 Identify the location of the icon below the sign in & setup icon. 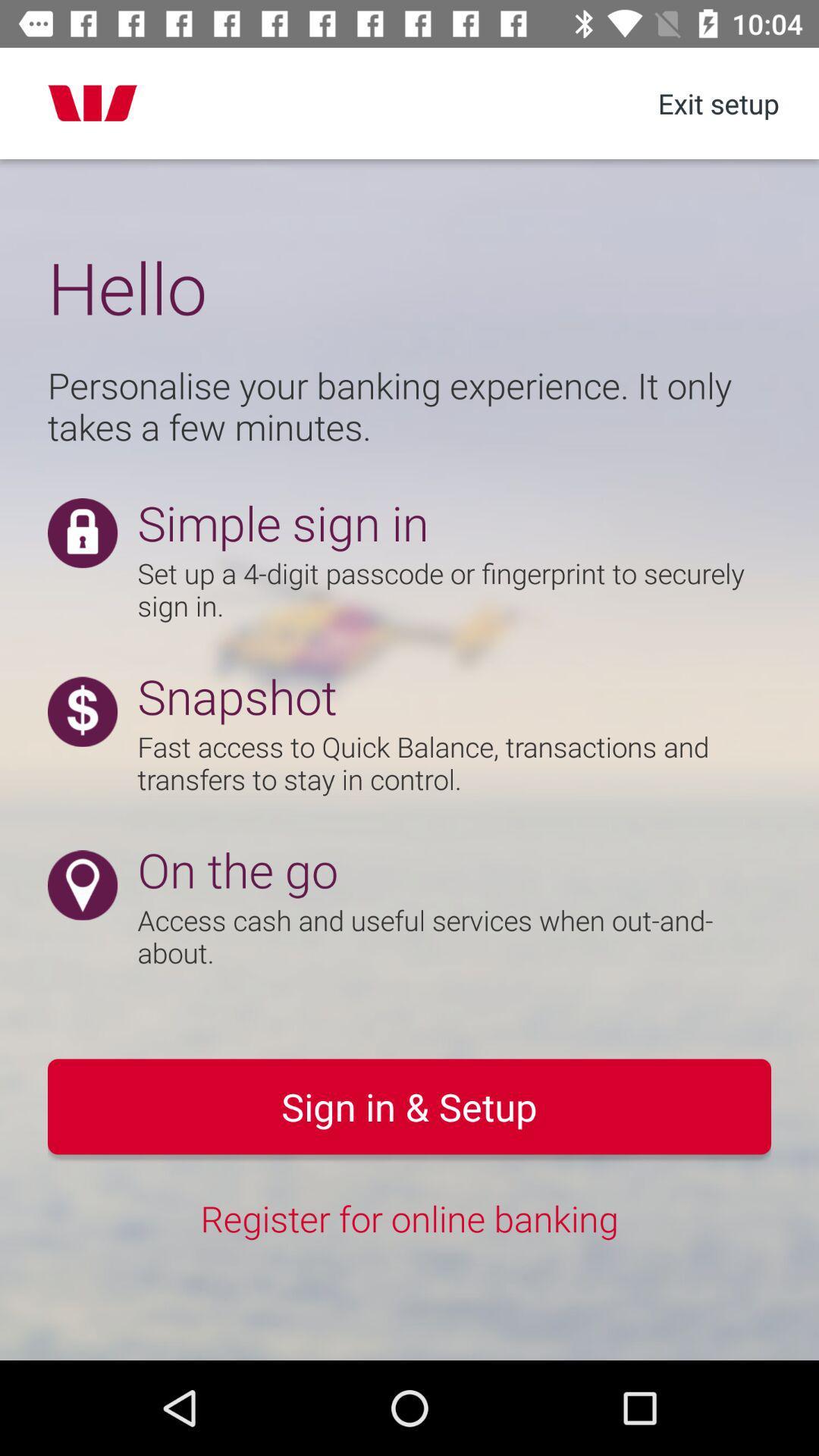
(409, 1218).